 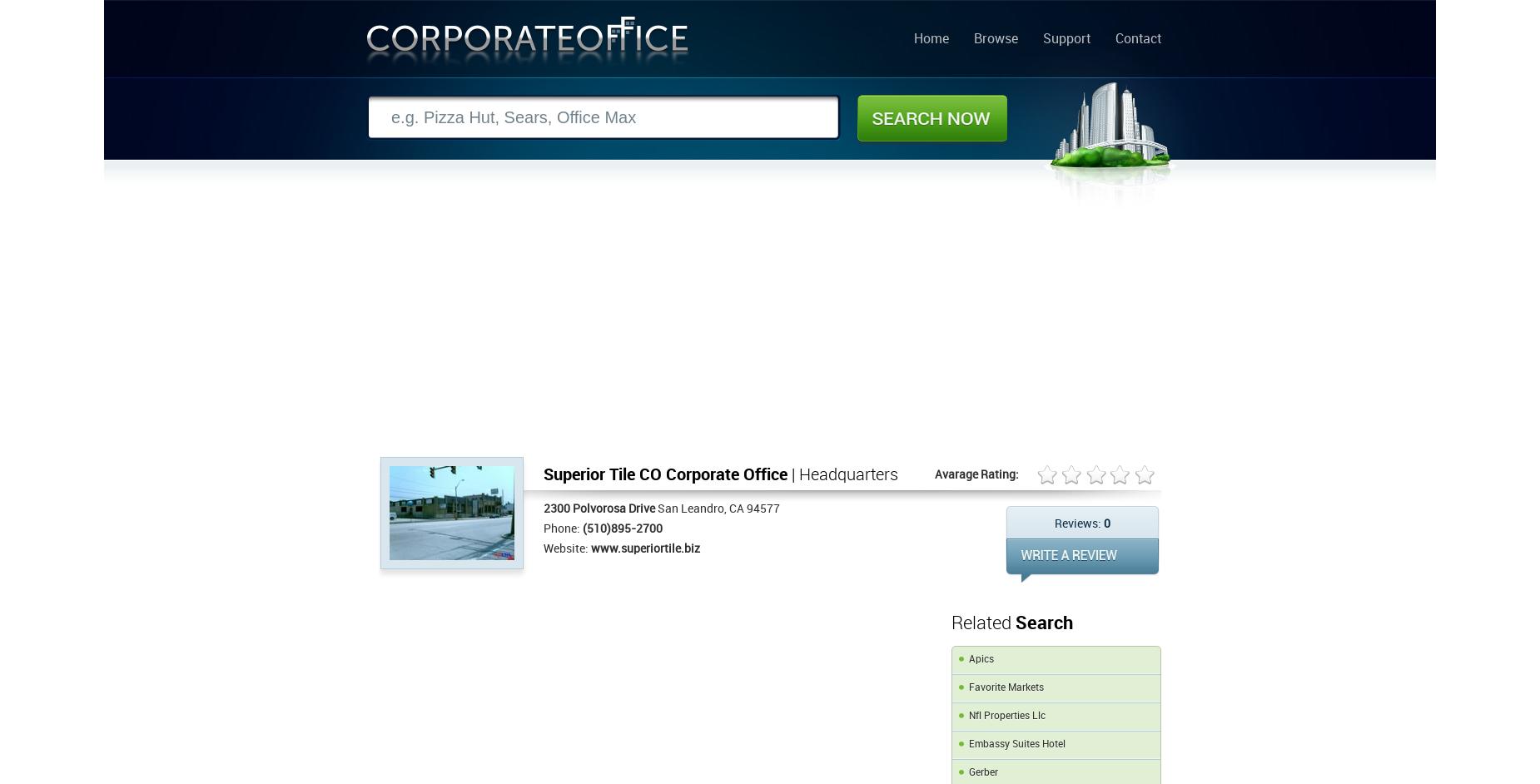 I want to click on 'Nfl Properties Llc', so click(x=1006, y=716).